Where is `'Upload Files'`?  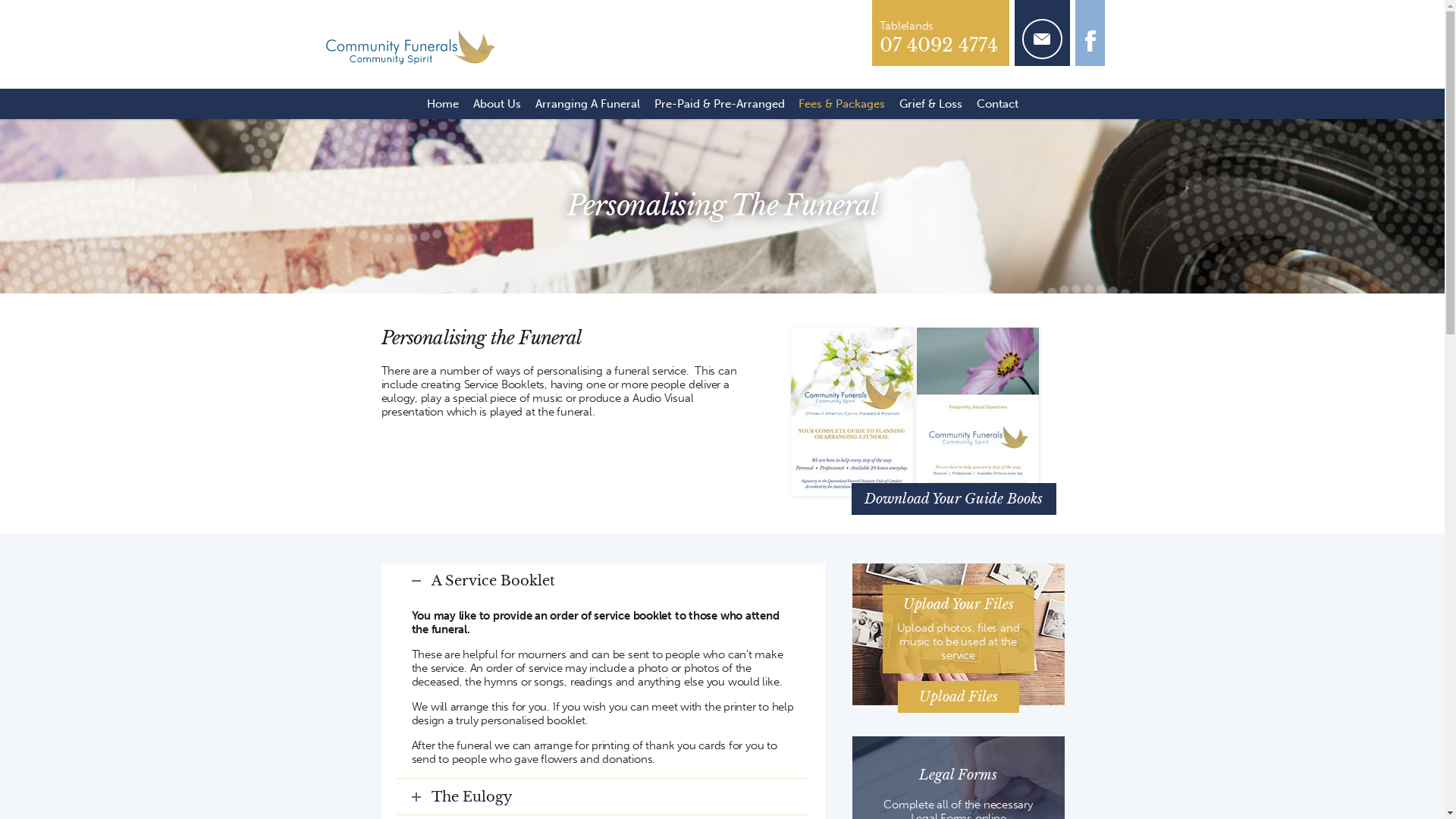
'Upload Files' is located at coordinates (898, 696).